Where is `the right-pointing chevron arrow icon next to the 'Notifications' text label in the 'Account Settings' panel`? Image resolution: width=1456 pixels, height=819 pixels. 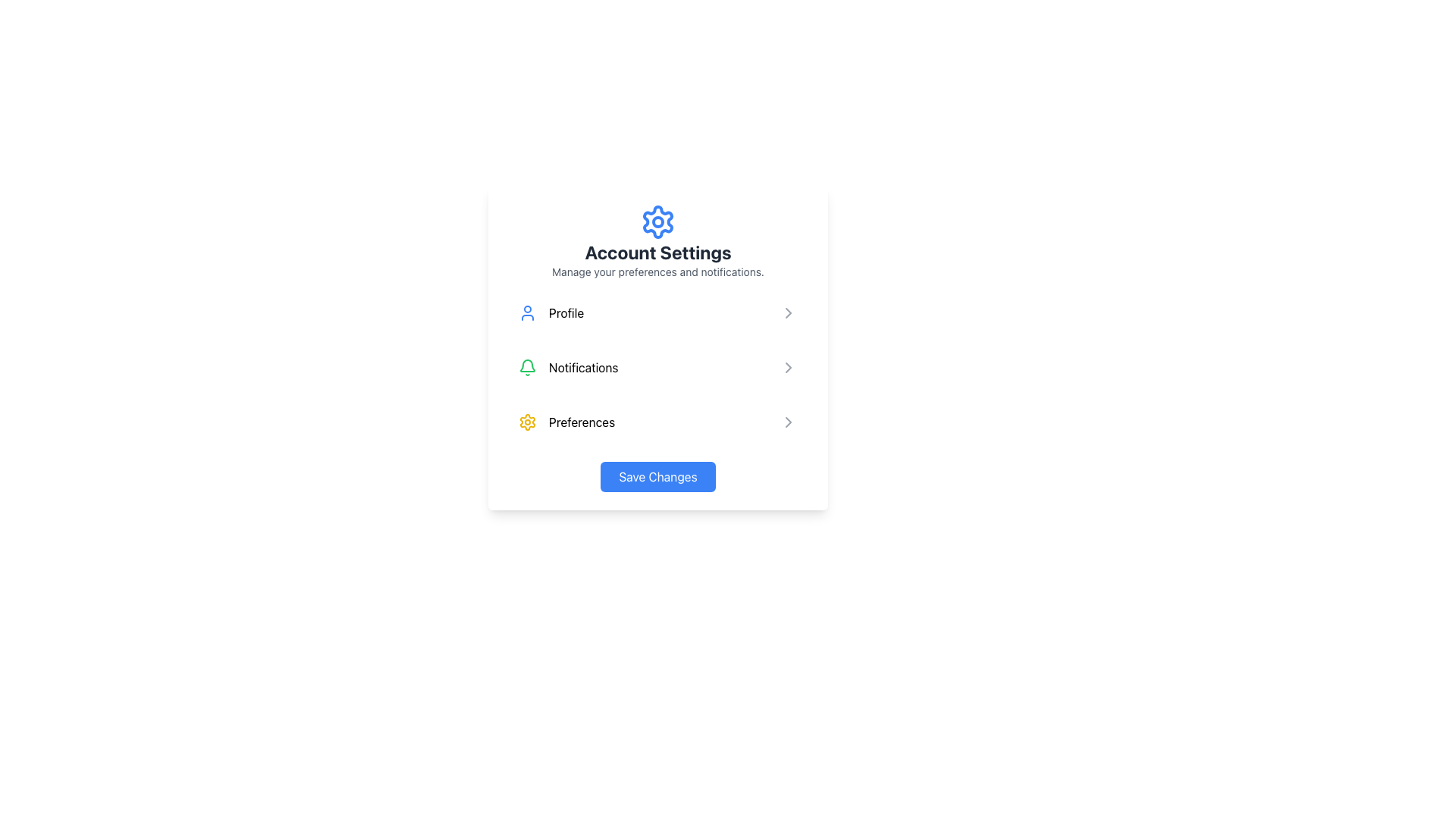 the right-pointing chevron arrow icon next to the 'Notifications' text label in the 'Account Settings' panel is located at coordinates (789, 368).